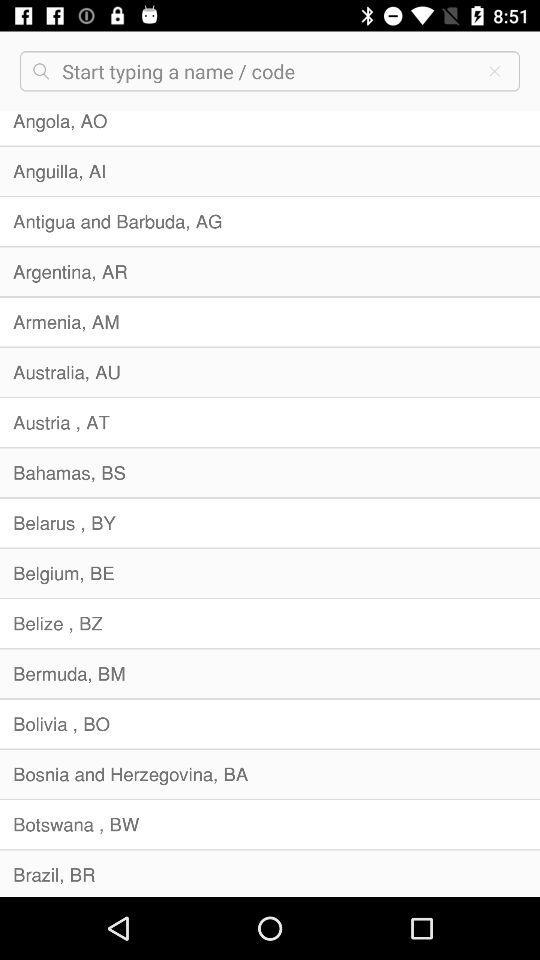 The height and width of the screenshot is (960, 540). I want to click on the search bar at the top of the page, so click(266, 71).